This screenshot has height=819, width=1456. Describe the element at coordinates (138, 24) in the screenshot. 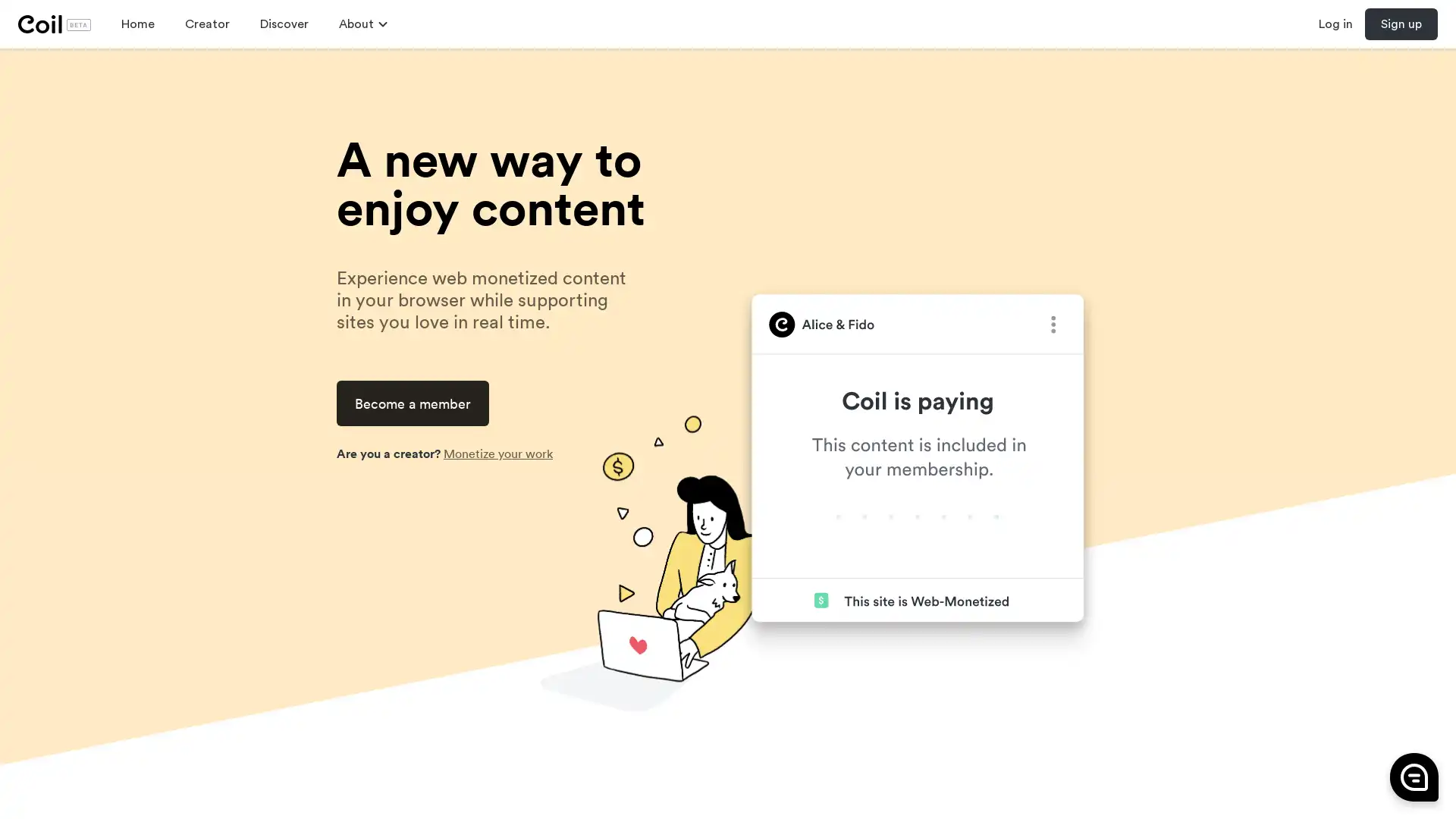

I see `Home` at that location.